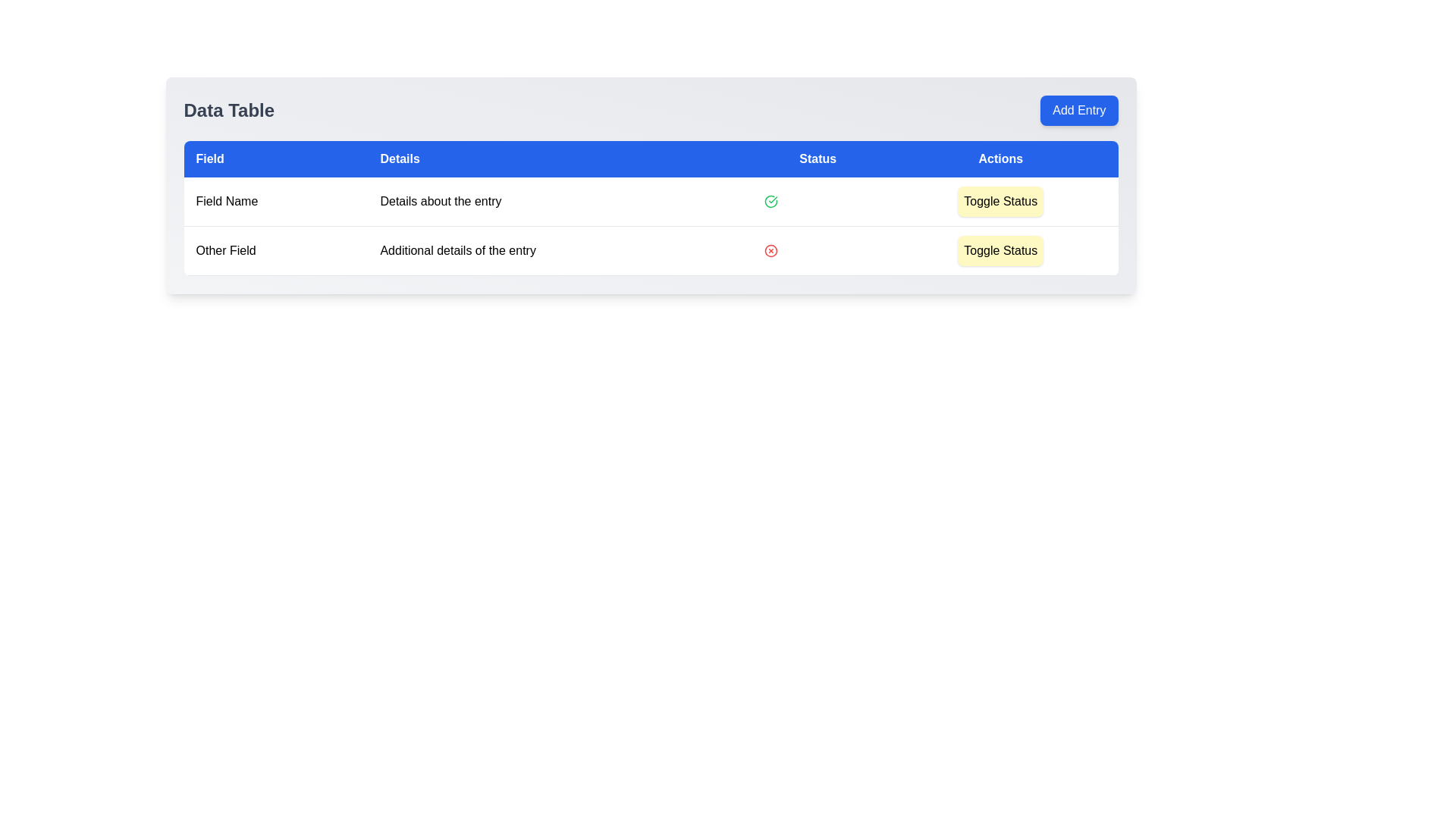  Describe the element at coordinates (228, 110) in the screenshot. I see `the text label that serves as a title or heading for the section, located in the top-left section of the interface` at that location.